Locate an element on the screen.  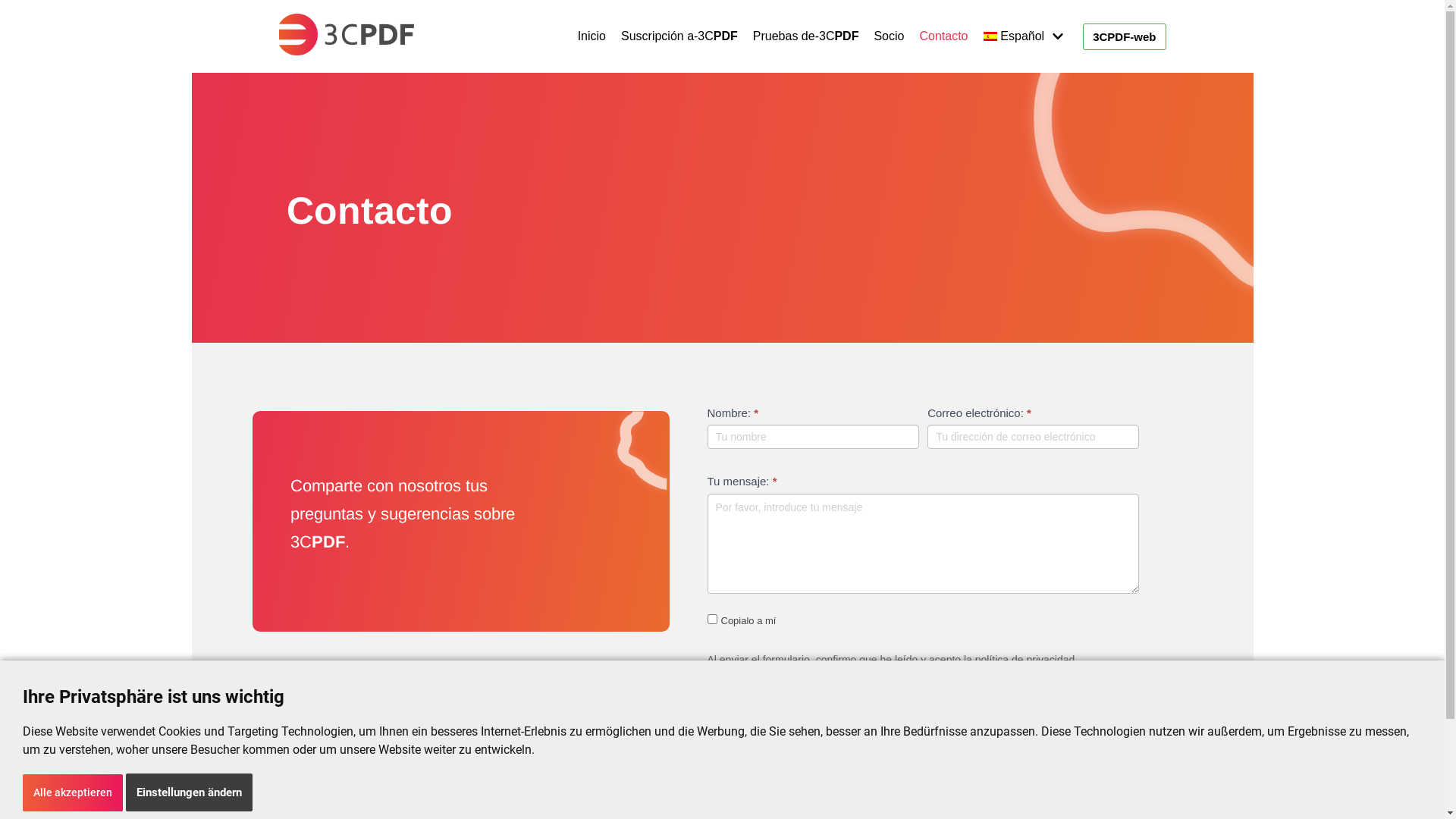
'Saltar al contenido' is located at coordinates (14, 32).